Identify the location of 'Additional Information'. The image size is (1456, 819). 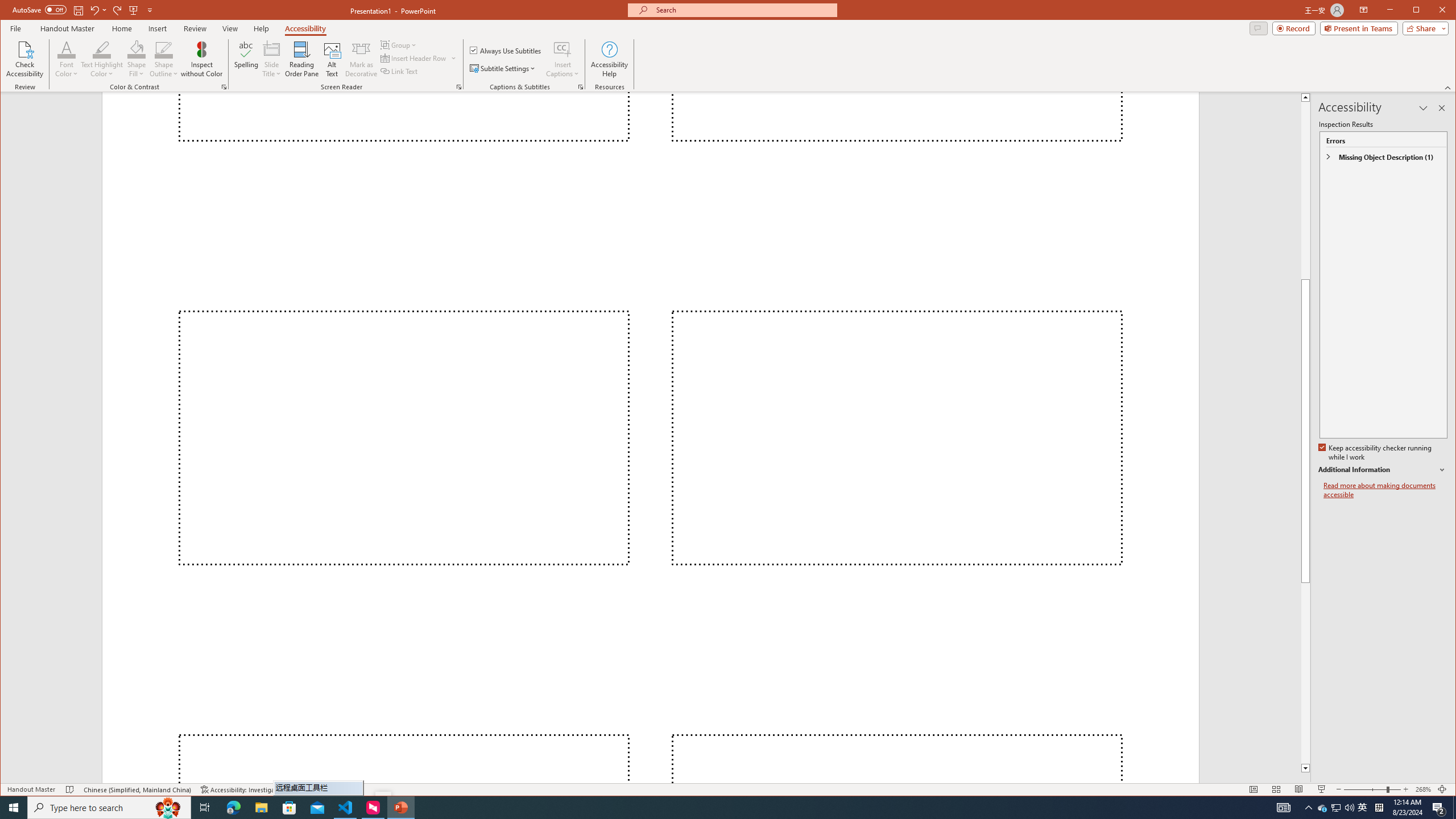
(1381, 470).